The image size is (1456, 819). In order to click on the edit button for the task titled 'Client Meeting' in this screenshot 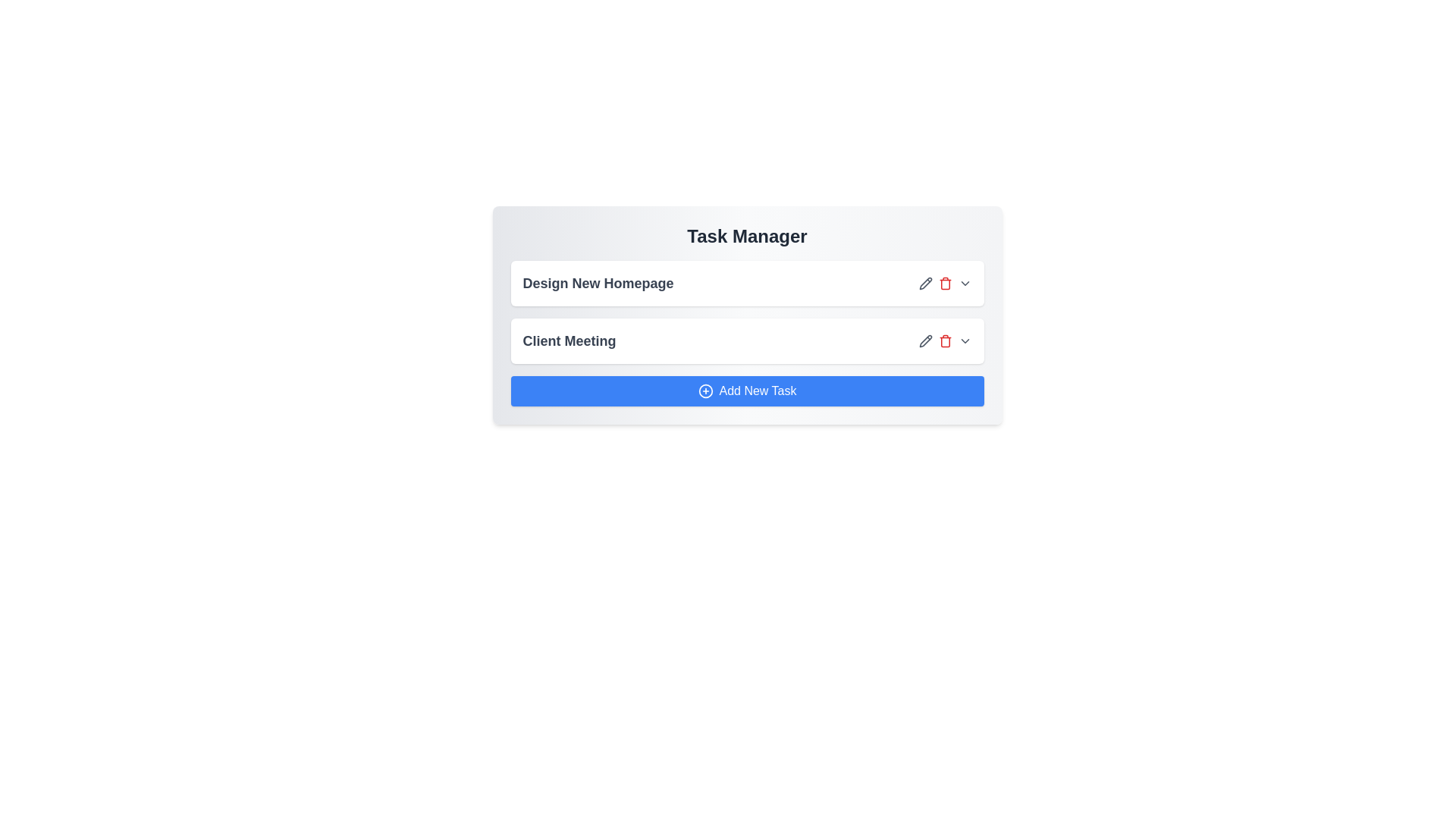, I will do `click(924, 341)`.